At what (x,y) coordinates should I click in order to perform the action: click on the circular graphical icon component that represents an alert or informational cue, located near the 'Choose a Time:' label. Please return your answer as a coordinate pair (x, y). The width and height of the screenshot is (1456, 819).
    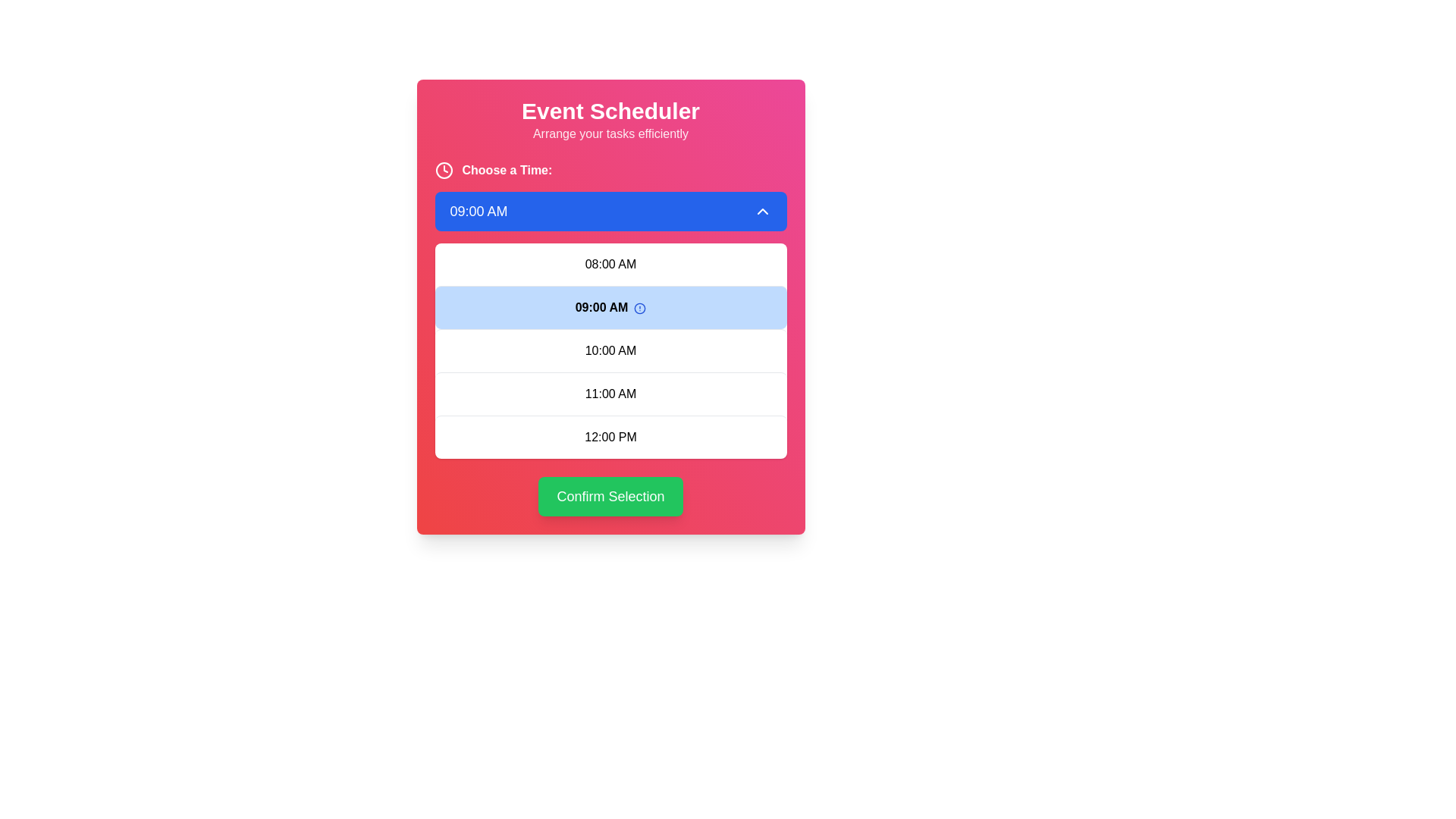
    Looking at the image, I should click on (640, 307).